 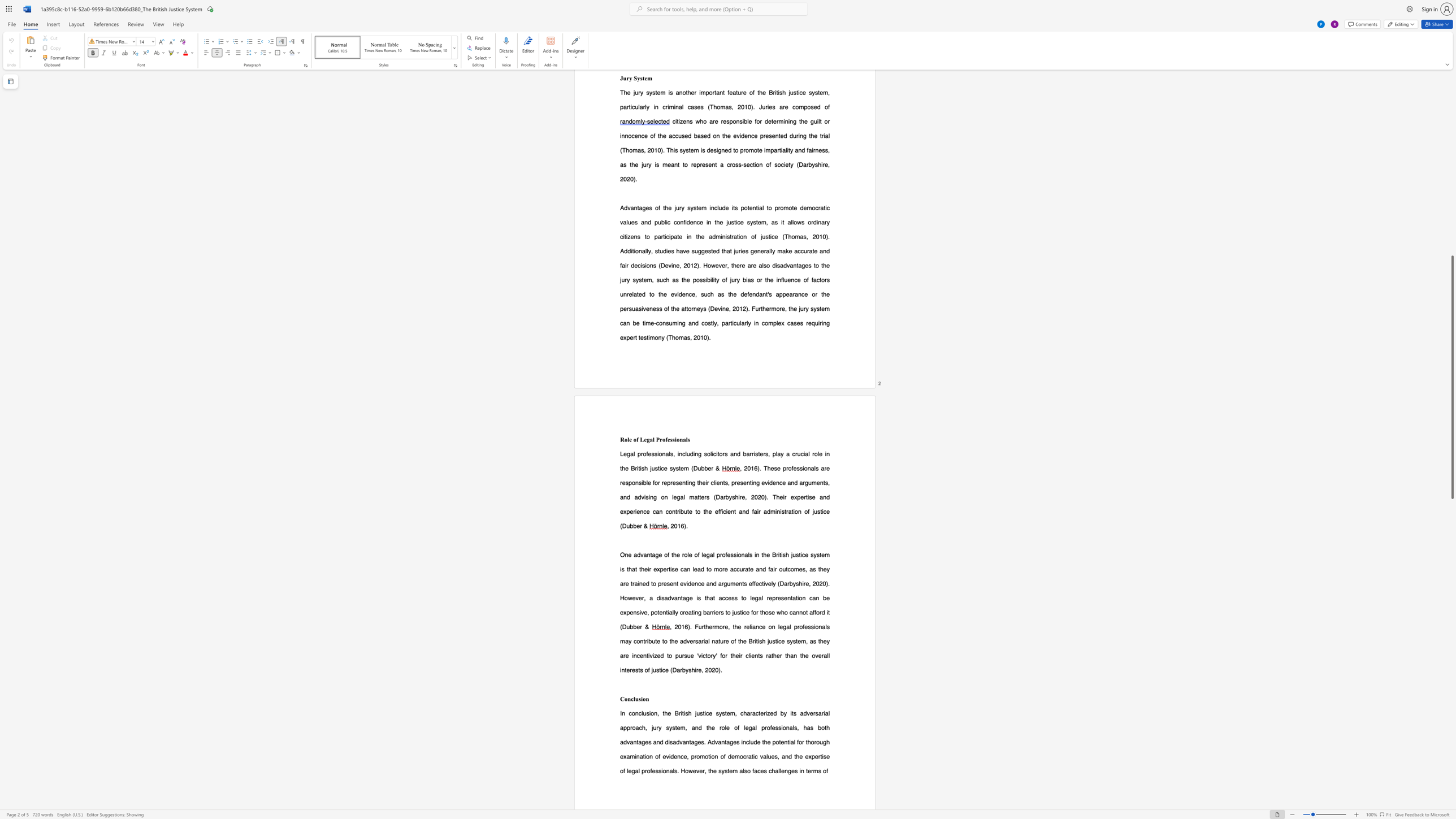 I want to click on the subset text "for" within the text "are responsible for", so click(x=652, y=483).